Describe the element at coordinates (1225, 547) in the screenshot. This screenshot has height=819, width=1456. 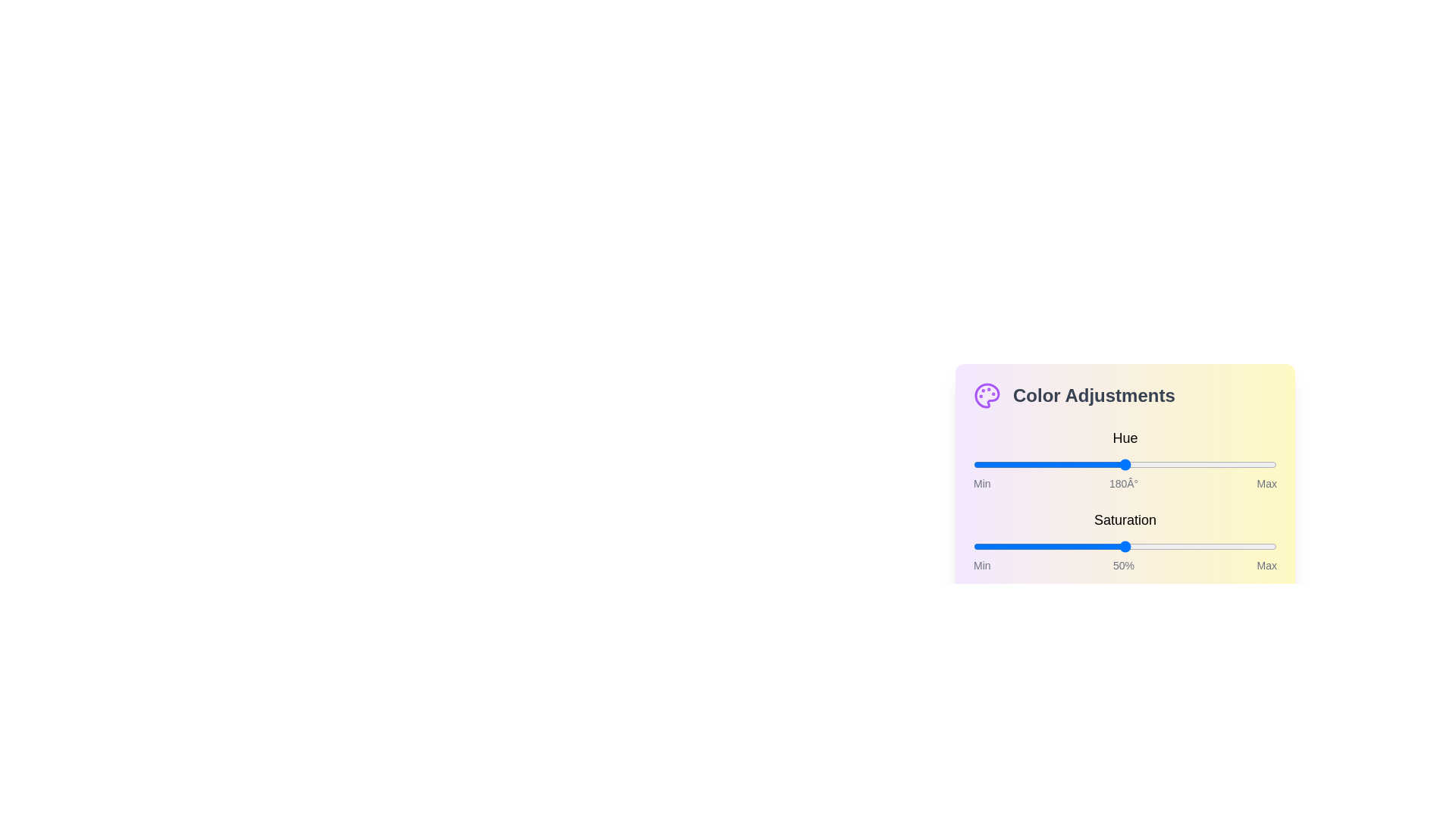
I see `the saturation slider to 83` at that location.